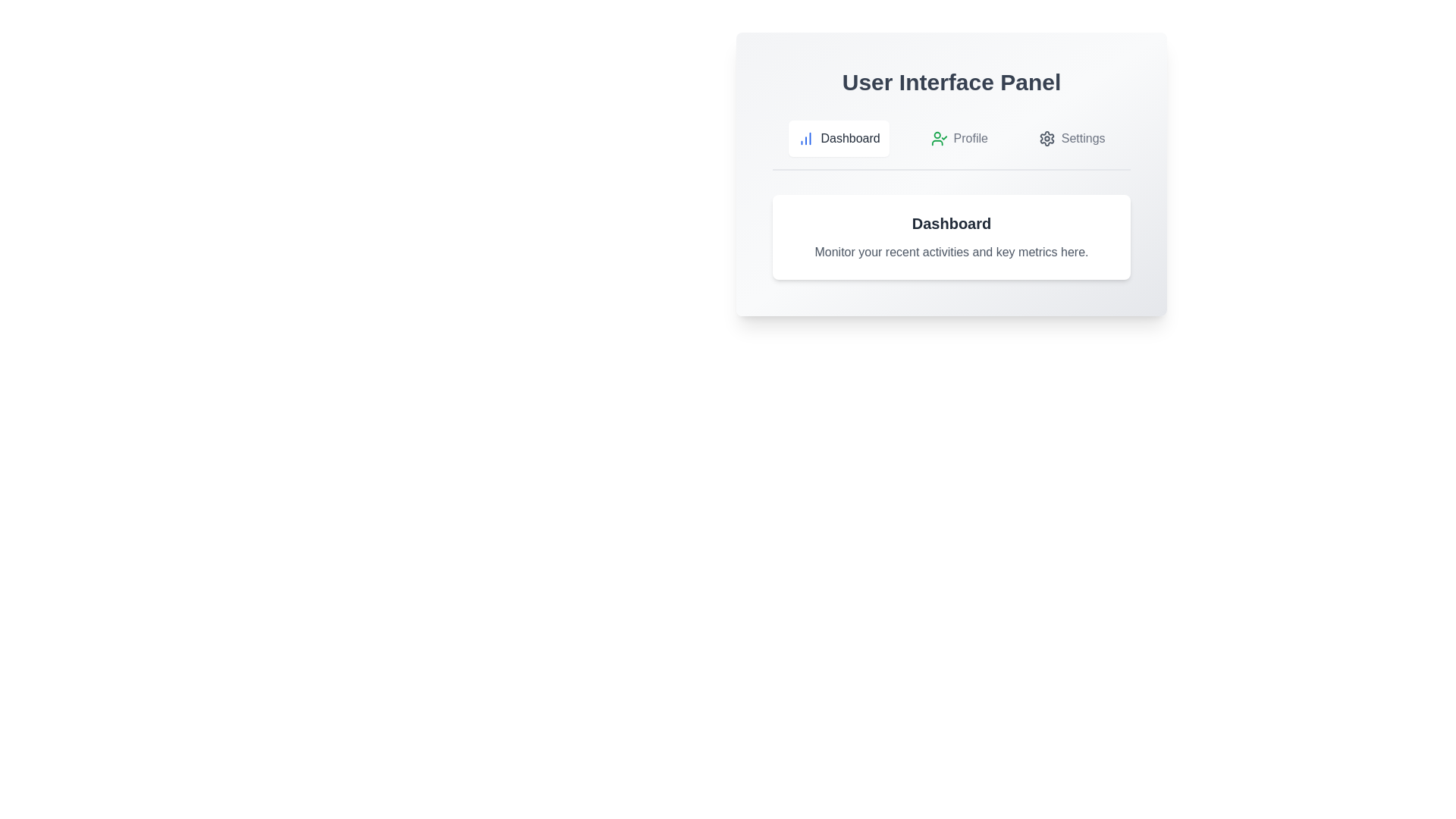 This screenshot has height=819, width=1456. I want to click on the Profile tab by clicking on its button, so click(959, 138).